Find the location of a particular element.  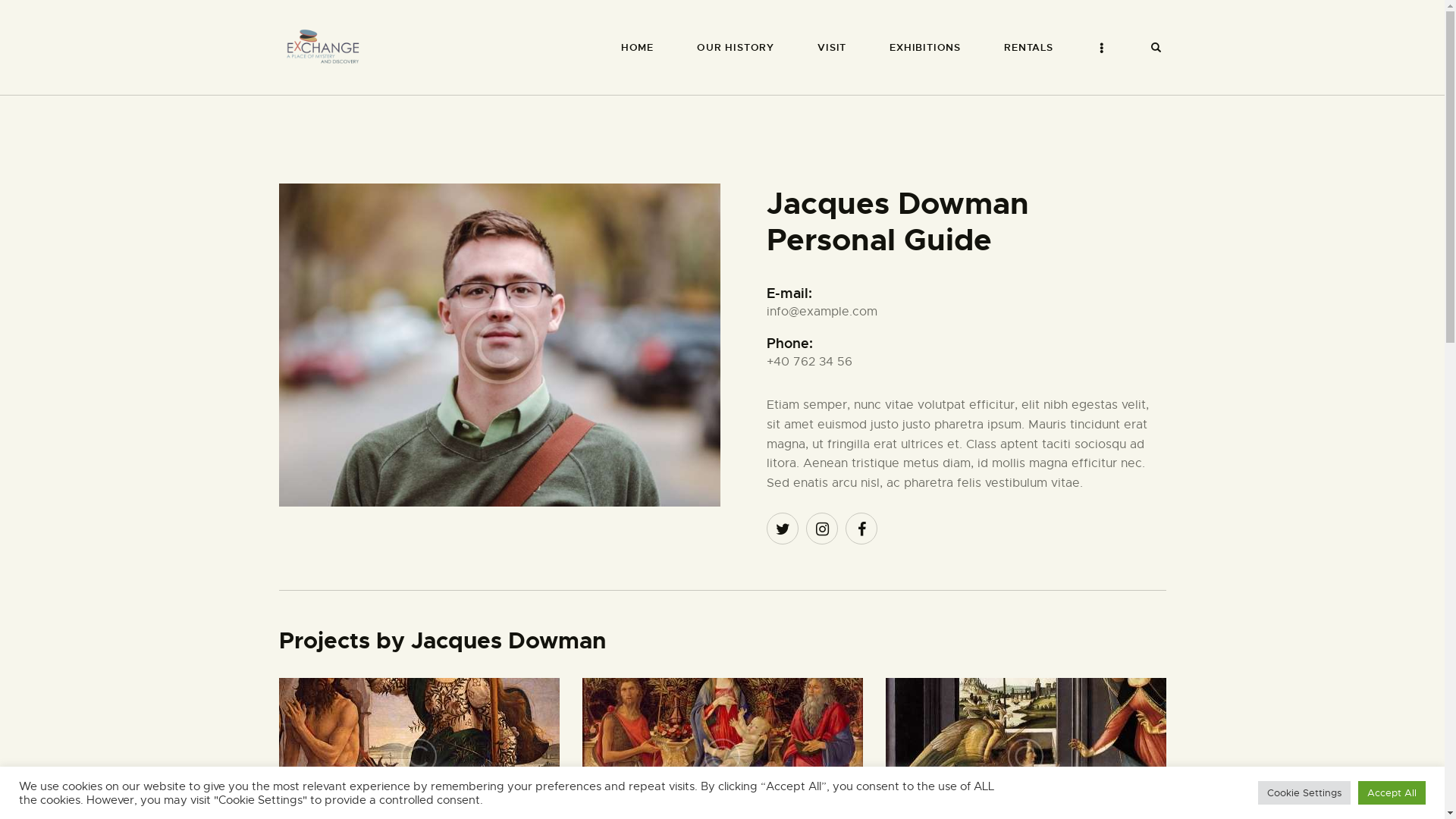

'RENTALS' is located at coordinates (1029, 46).